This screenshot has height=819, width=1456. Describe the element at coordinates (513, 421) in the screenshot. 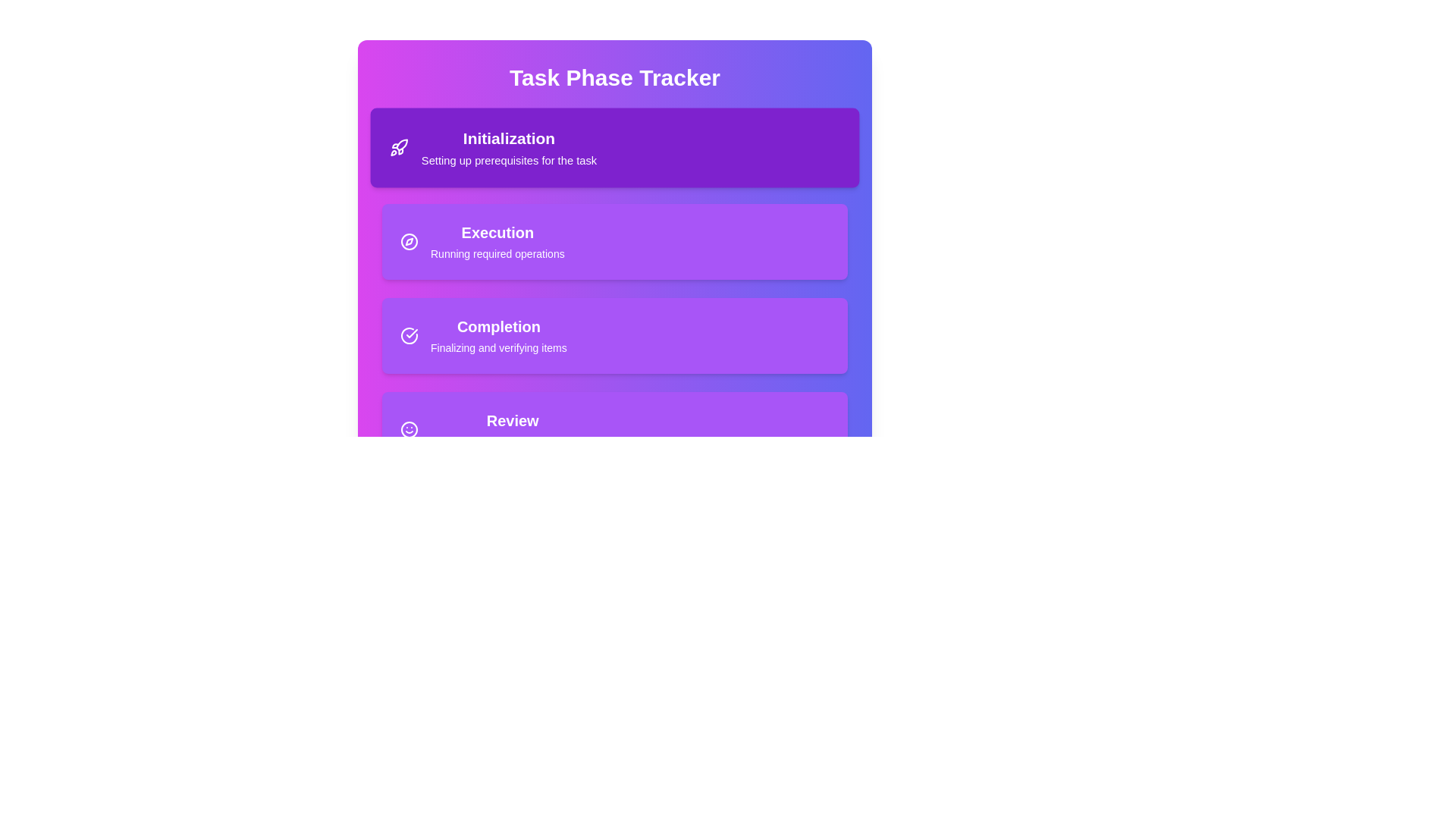

I see `the 'Review' text label element, which is displayed in large bold font on a purple background, positioned at the bottom of a vertical list of sections` at that location.